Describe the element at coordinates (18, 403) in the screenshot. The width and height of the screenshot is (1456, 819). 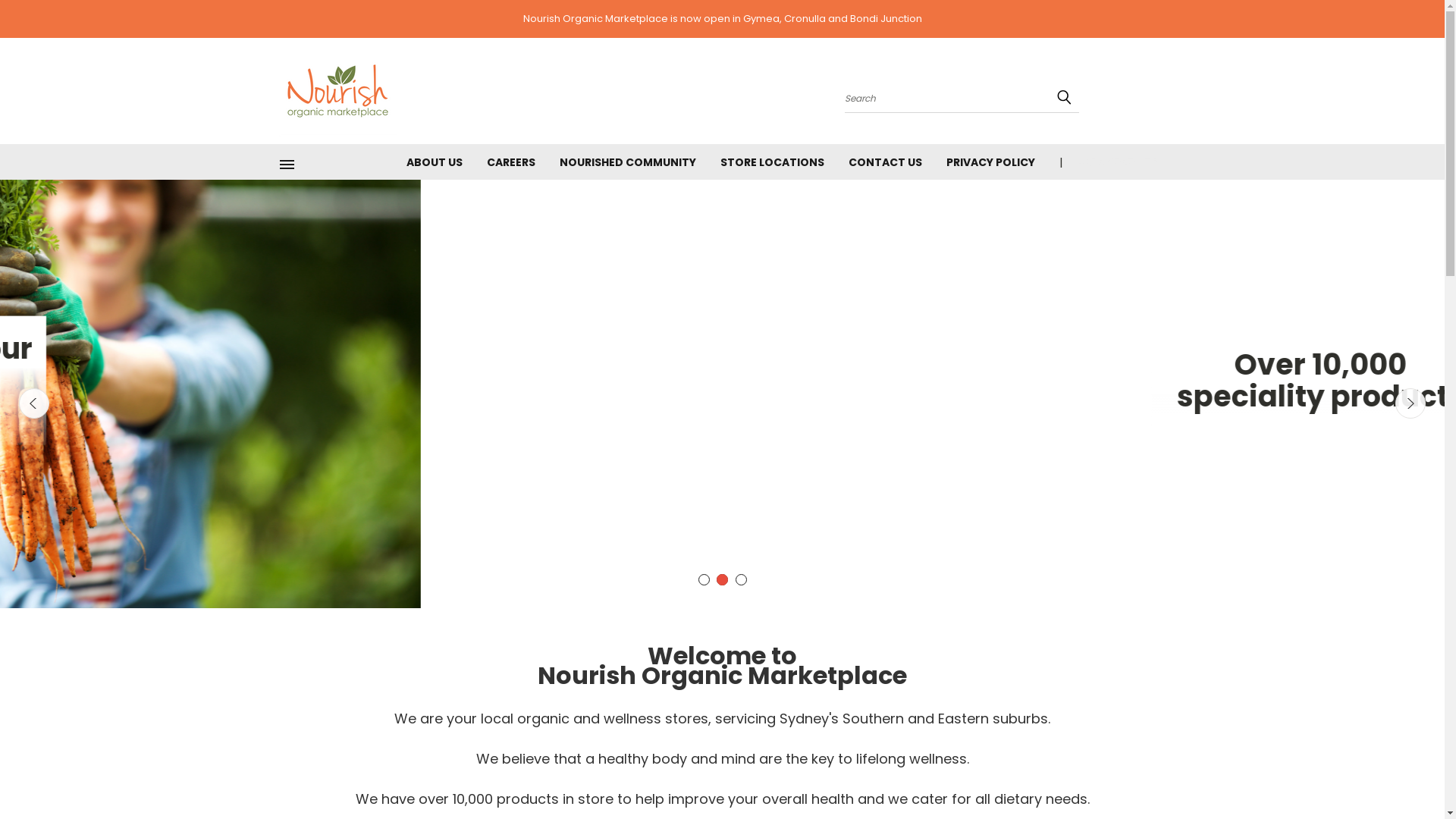
I see `'Previous'` at that location.